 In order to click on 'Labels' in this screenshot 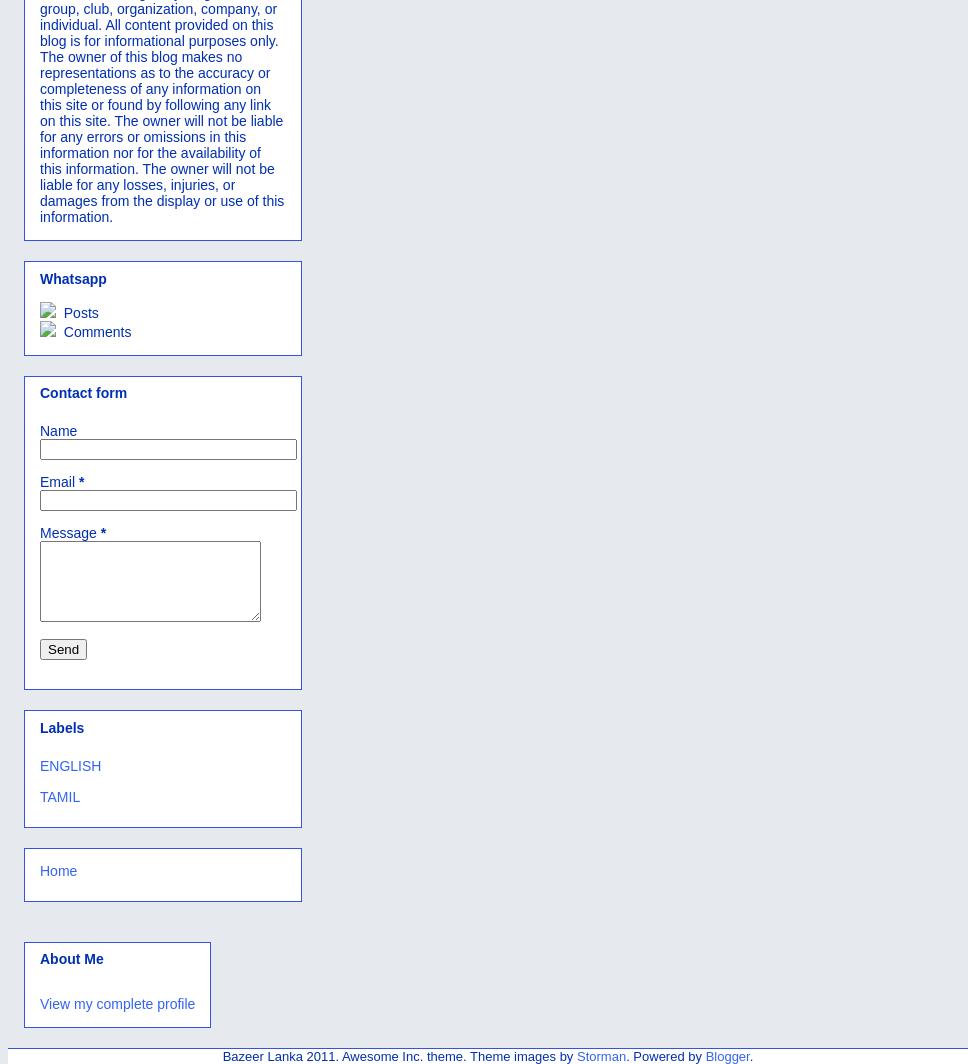, I will do `click(60, 727)`.